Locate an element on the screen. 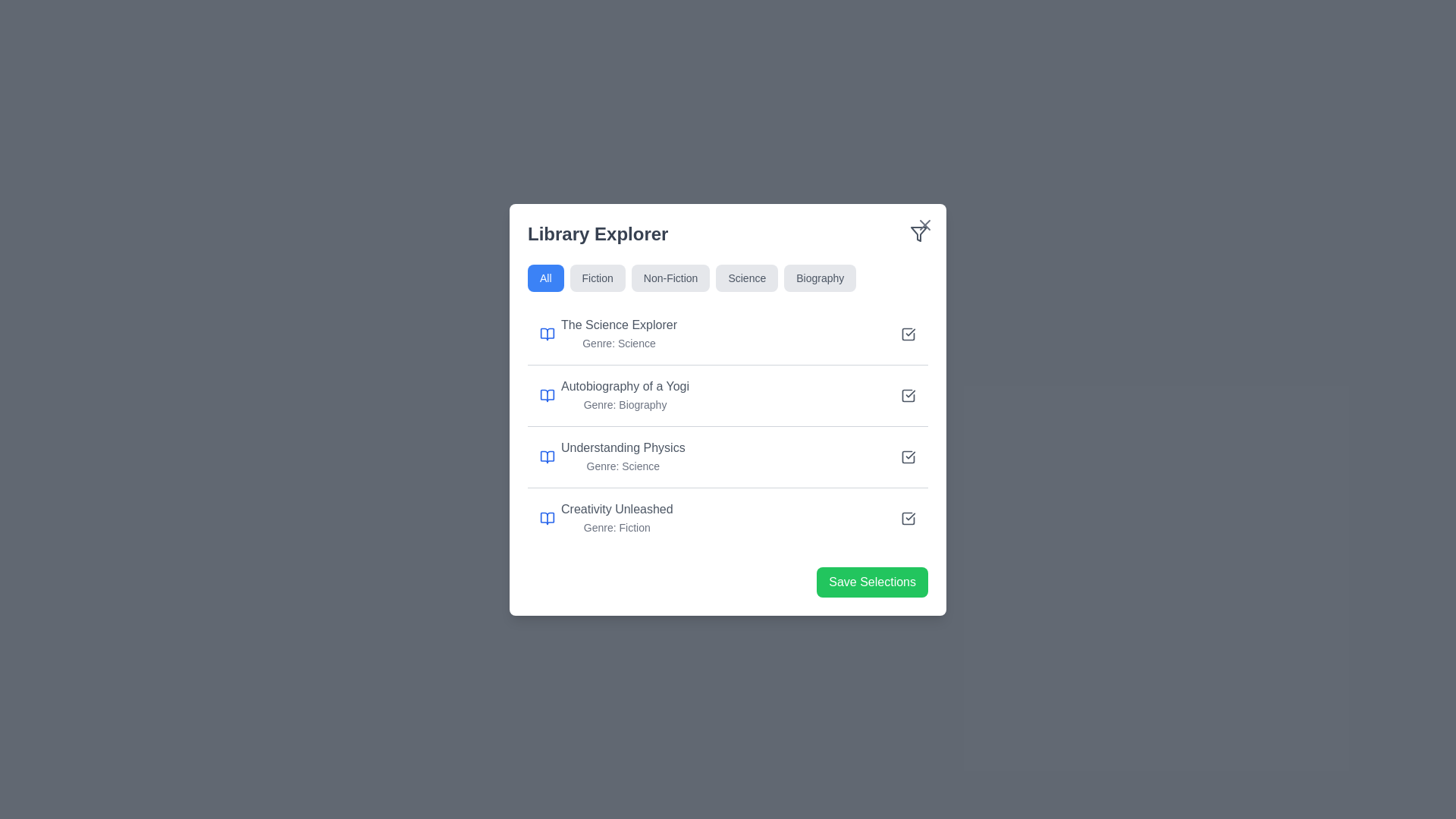 The width and height of the screenshot is (1456, 819). the list item displaying information about the book 'Autobiography of a Yogi' is located at coordinates (728, 394).